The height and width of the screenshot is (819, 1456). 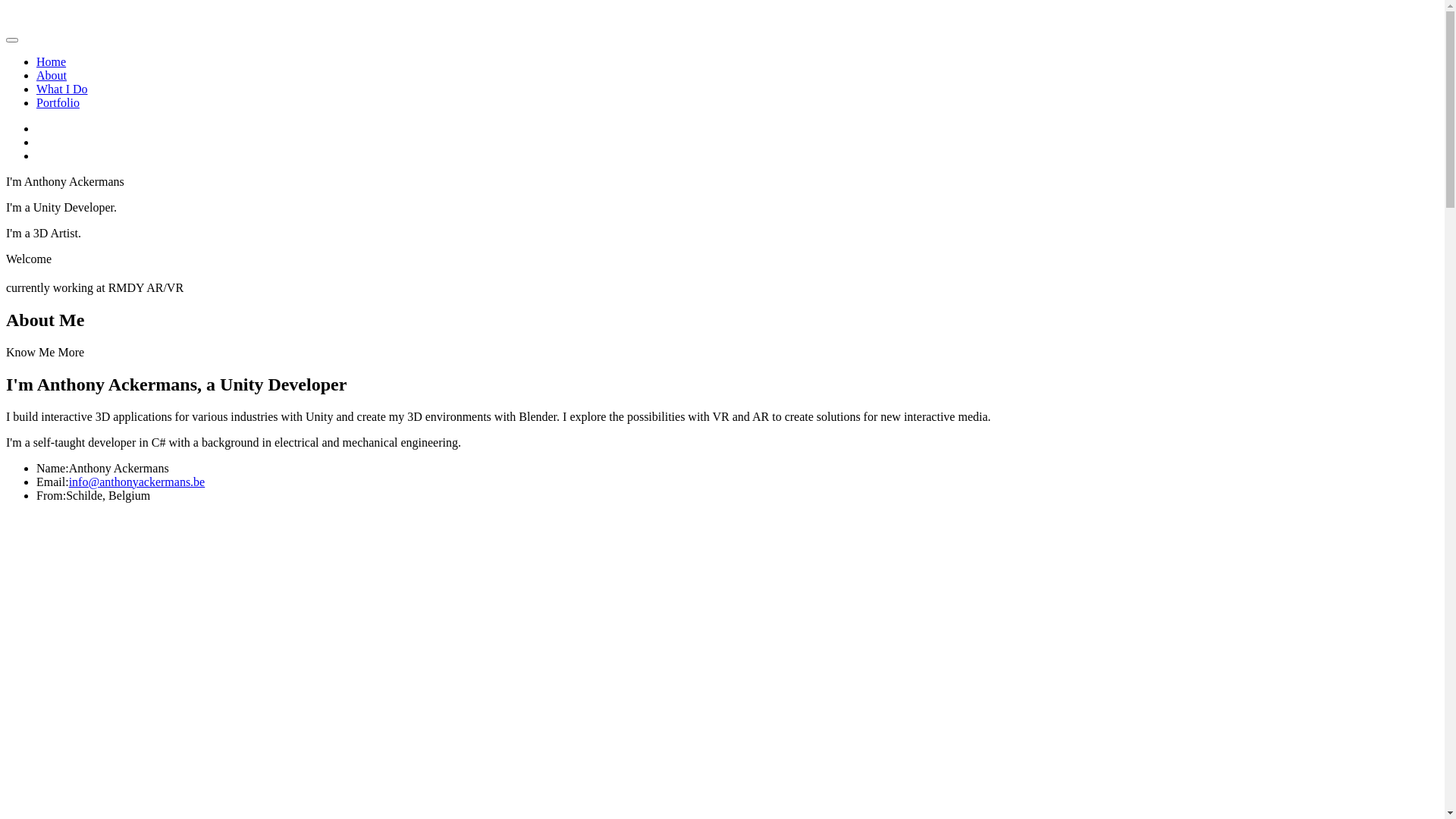 What do you see at coordinates (51, 61) in the screenshot?
I see `'Home'` at bounding box center [51, 61].